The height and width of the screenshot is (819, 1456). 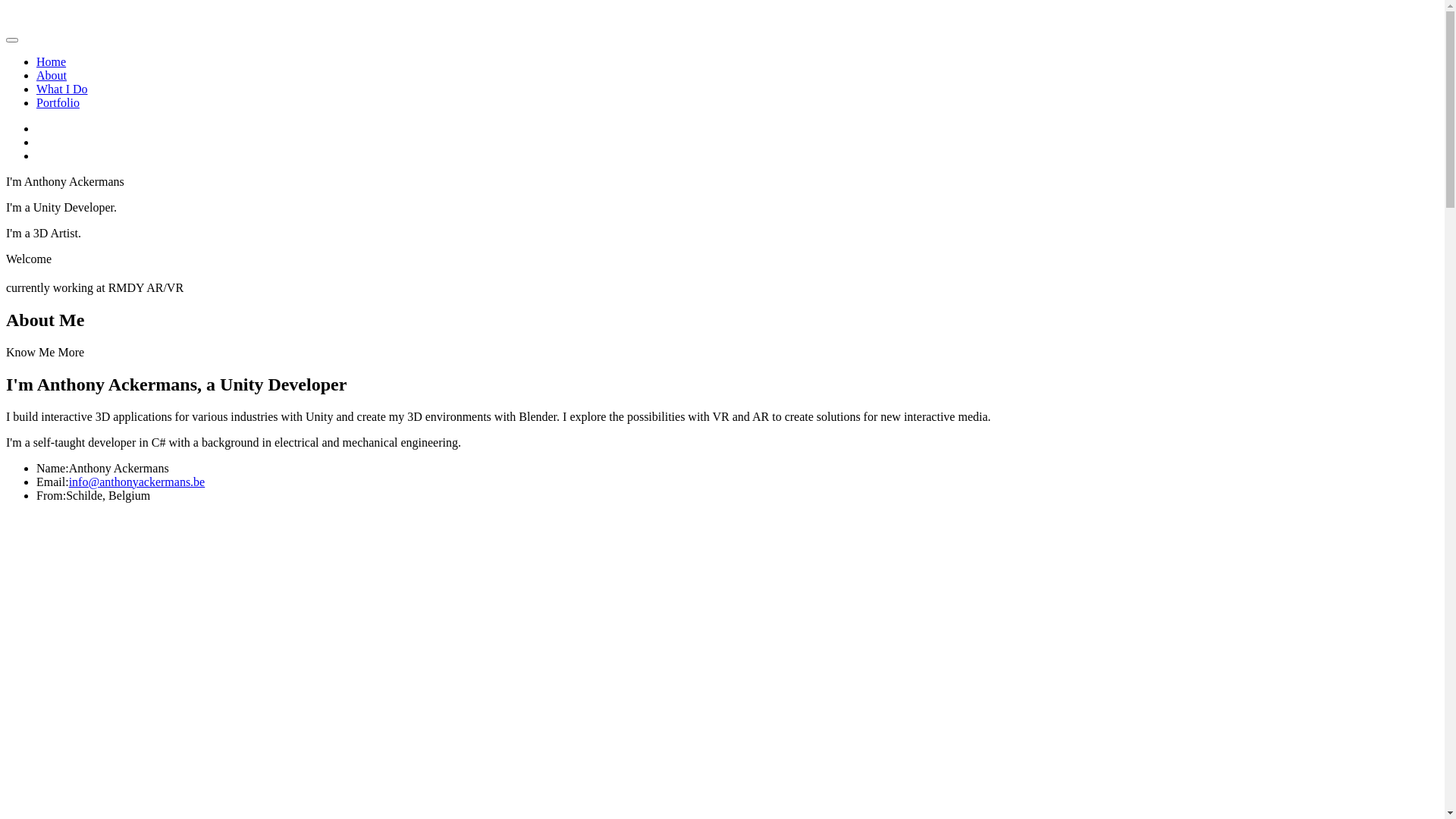 What do you see at coordinates (51, 61) in the screenshot?
I see `'Home'` at bounding box center [51, 61].